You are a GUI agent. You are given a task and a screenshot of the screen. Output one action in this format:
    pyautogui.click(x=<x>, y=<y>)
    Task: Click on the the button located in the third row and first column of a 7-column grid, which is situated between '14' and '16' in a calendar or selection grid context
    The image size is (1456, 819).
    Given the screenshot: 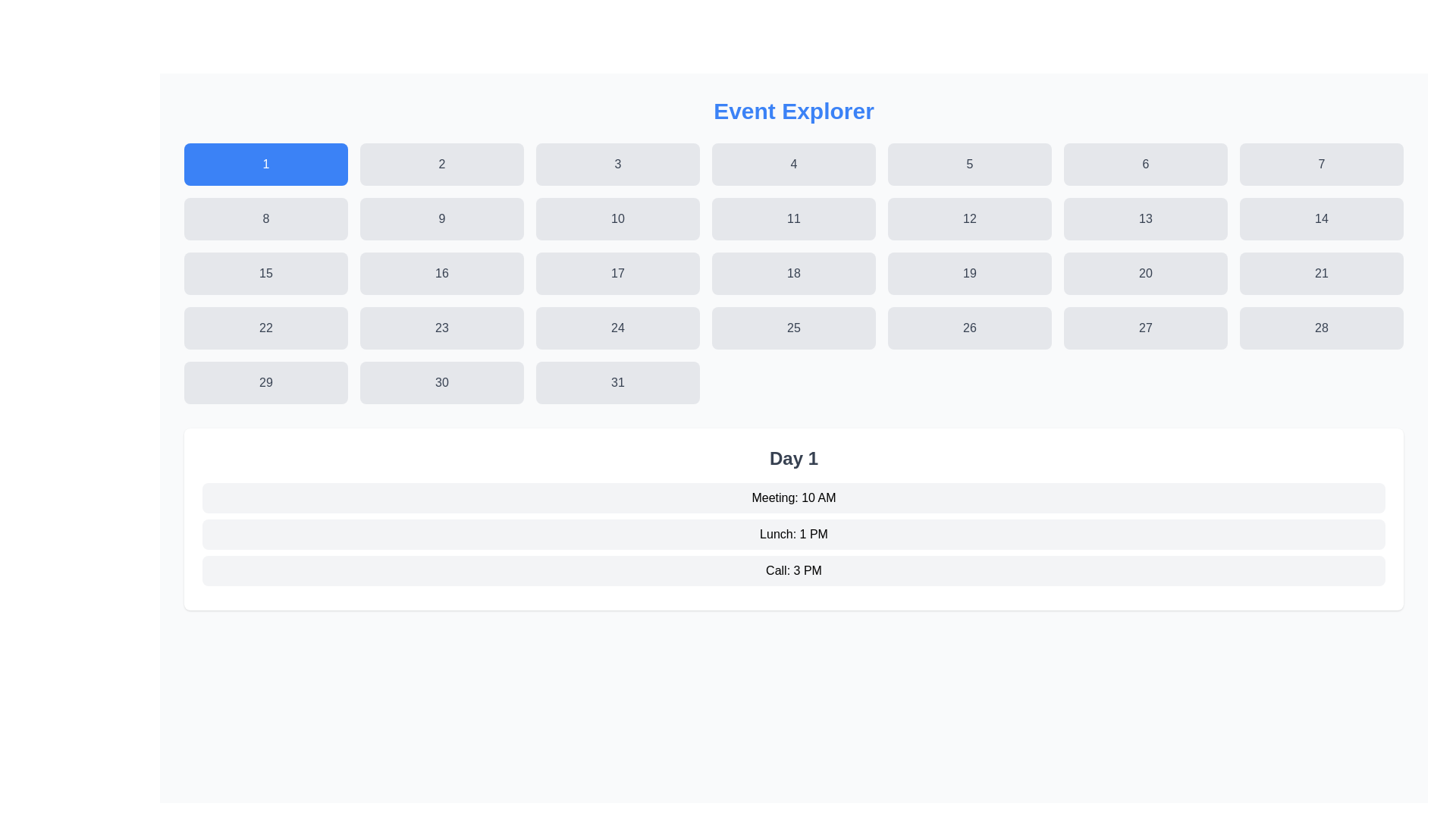 What is the action you would take?
    pyautogui.click(x=265, y=274)
    